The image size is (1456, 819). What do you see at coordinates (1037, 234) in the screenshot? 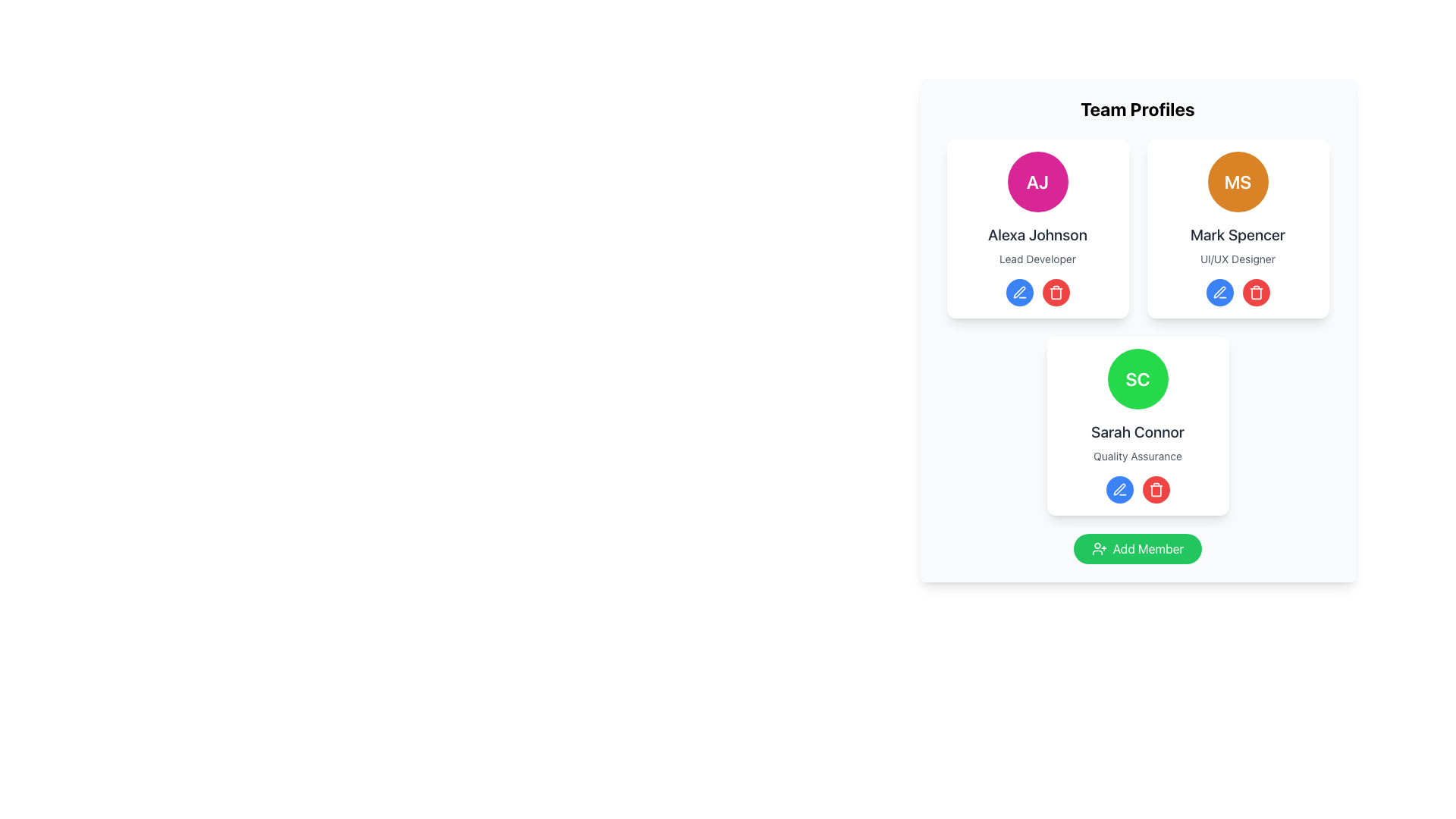
I see `text label displaying 'Alexa Johnson' located in the first profile card of the 'Team Profiles' grid, positioned below the circular badge with initials 'AJ'` at bounding box center [1037, 234].